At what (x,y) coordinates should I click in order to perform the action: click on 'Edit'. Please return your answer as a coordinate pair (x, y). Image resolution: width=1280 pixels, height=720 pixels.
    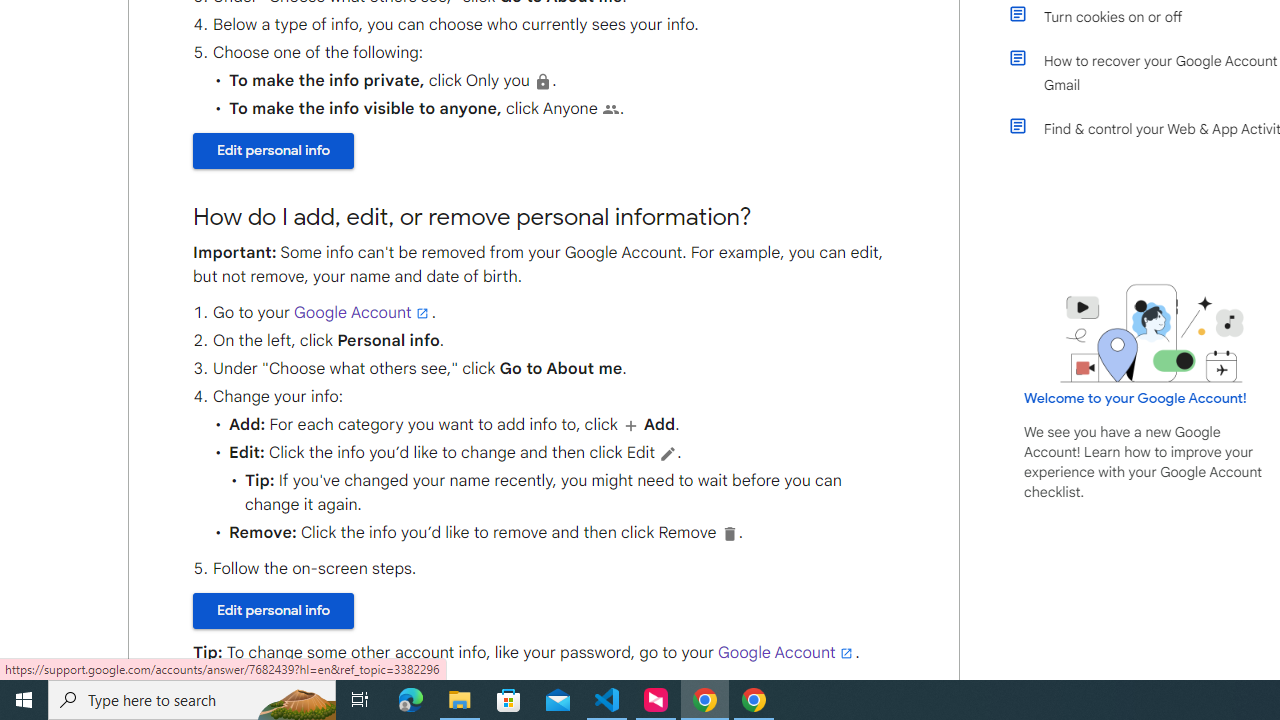
    Looking at the image, I should click on (668, 453).